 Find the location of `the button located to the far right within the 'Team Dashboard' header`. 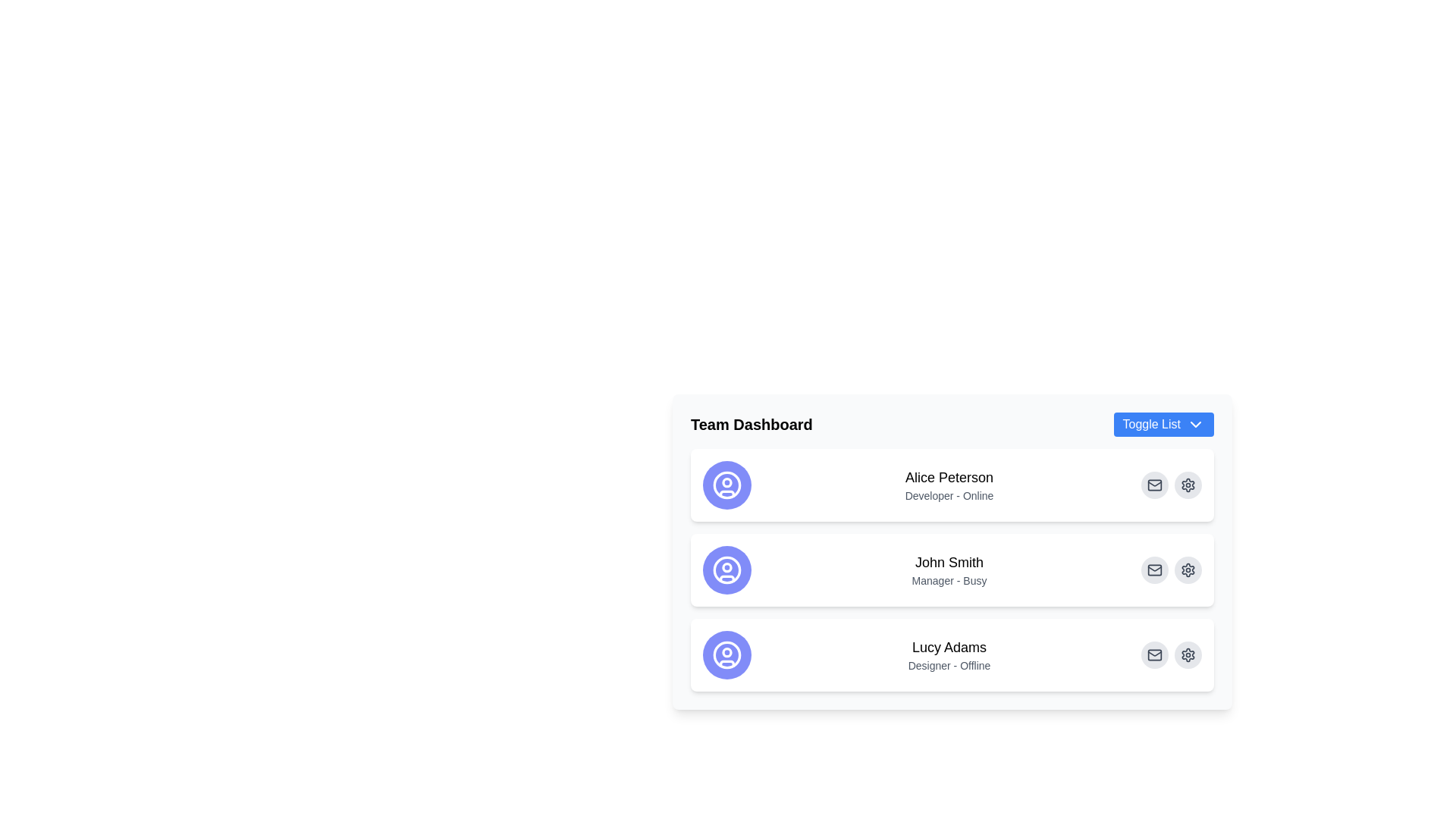

the button located to the far right within the 'Team Dashboard' header is located at coordinates (1163, 424).